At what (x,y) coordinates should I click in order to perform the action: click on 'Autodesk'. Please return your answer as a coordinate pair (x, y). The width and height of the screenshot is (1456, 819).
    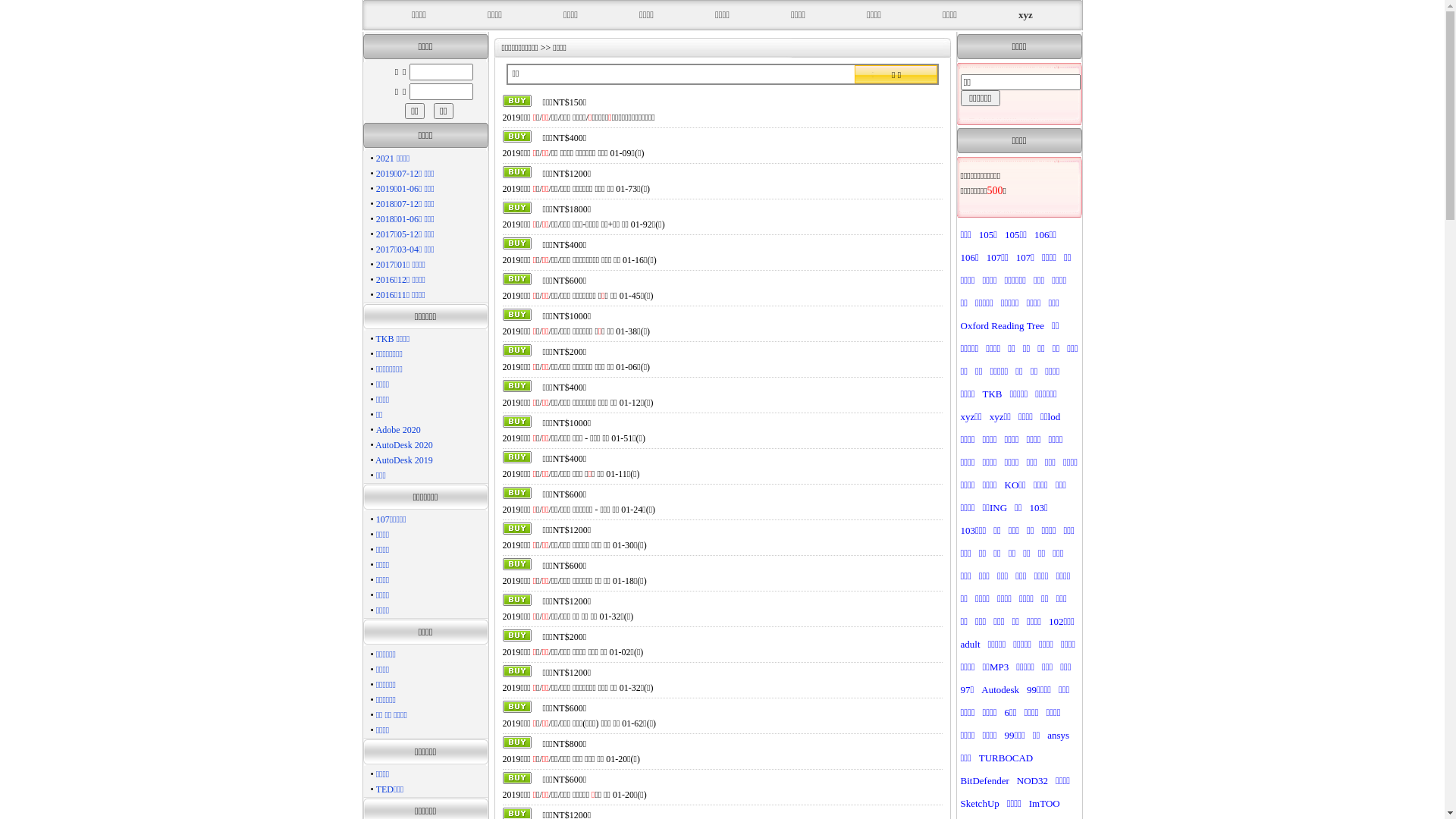
    Looking at the image, I should click on (1000, 689).